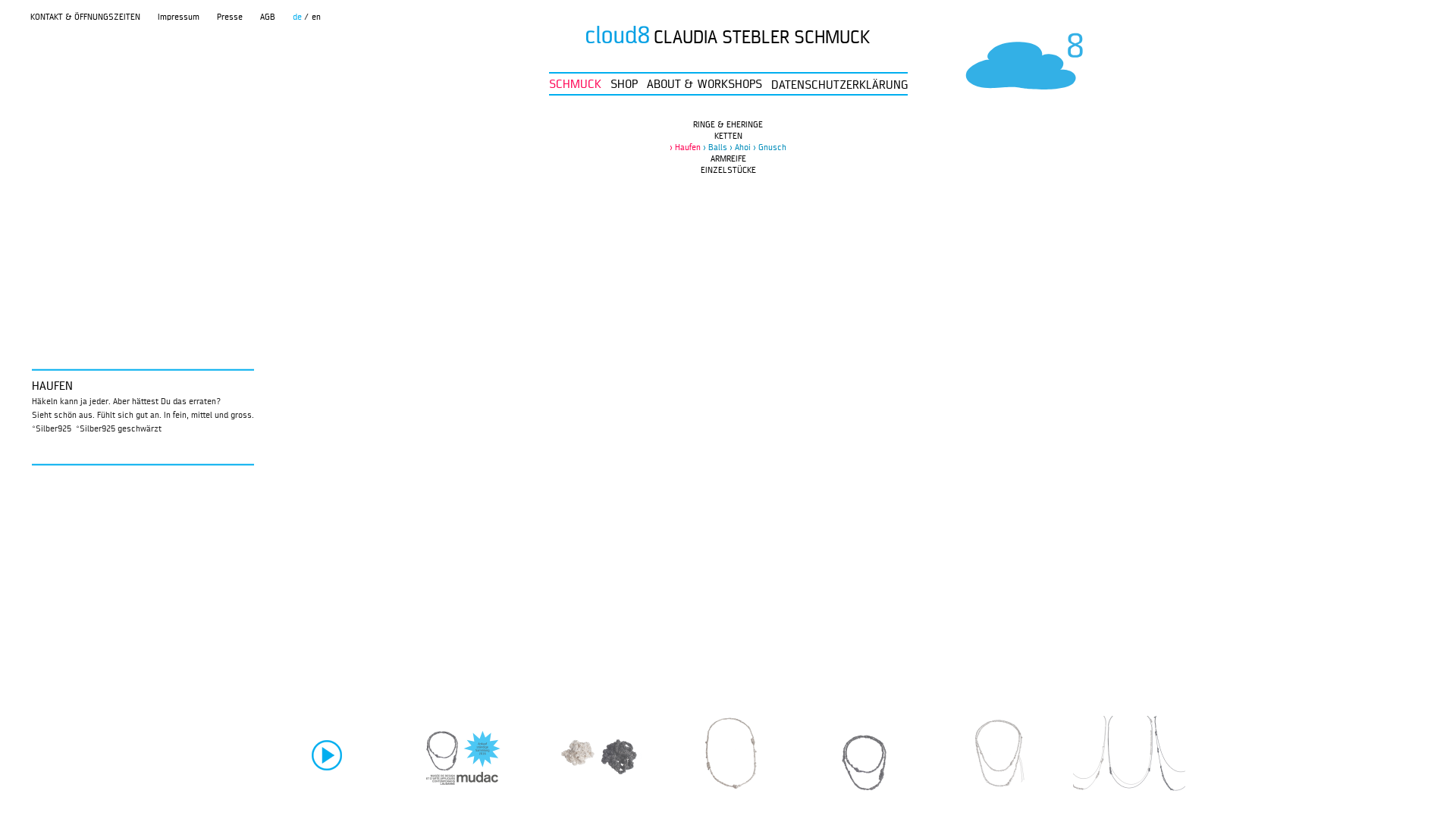 This screenshot has width=1456, height=819. I want to click on 'SCHMUCK', so click(574, 84).